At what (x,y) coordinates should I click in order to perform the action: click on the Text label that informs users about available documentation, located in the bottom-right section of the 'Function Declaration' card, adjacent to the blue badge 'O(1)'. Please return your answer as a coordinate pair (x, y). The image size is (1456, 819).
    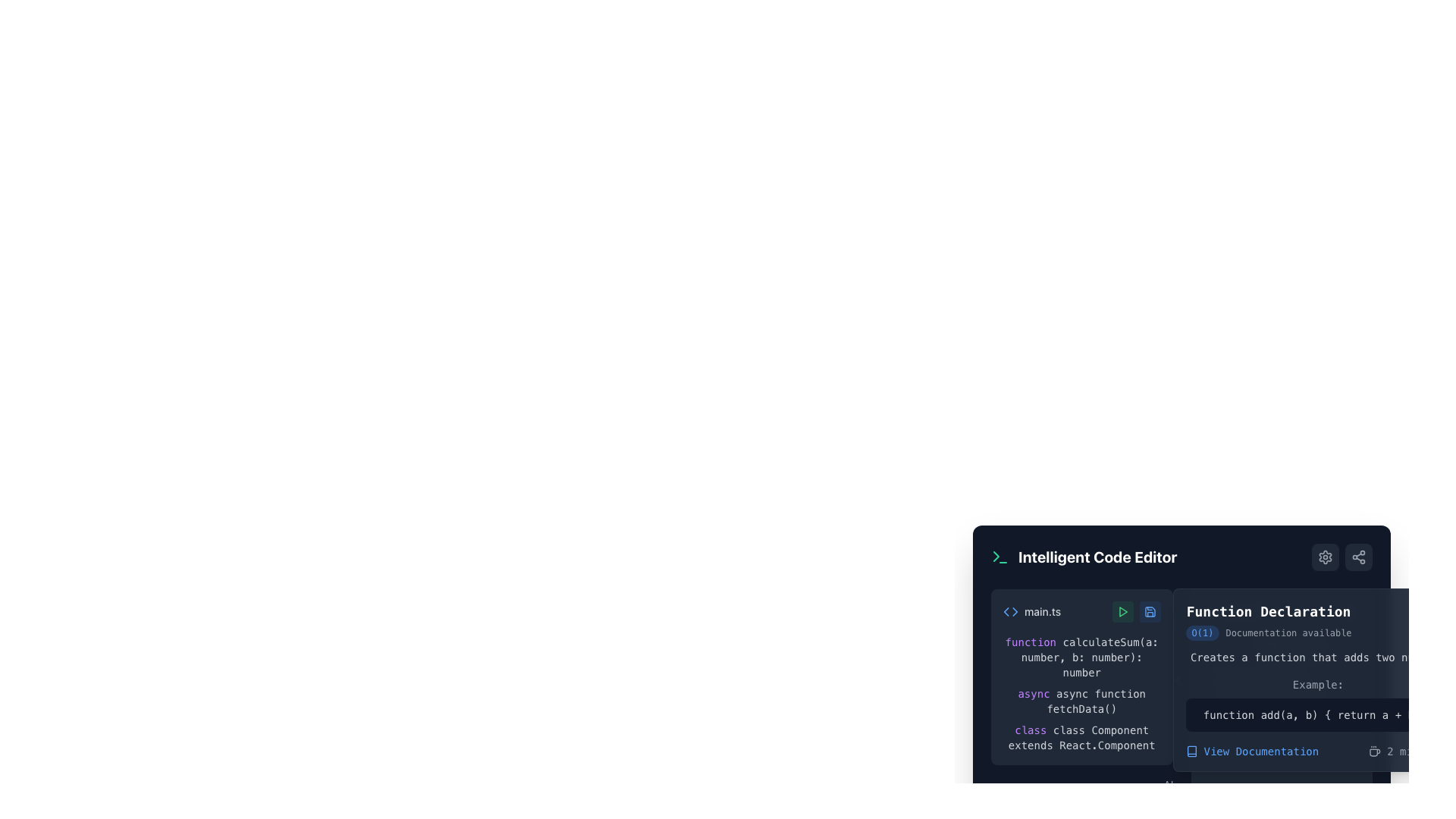
    Looking at the image, I should click on (1288, 632).